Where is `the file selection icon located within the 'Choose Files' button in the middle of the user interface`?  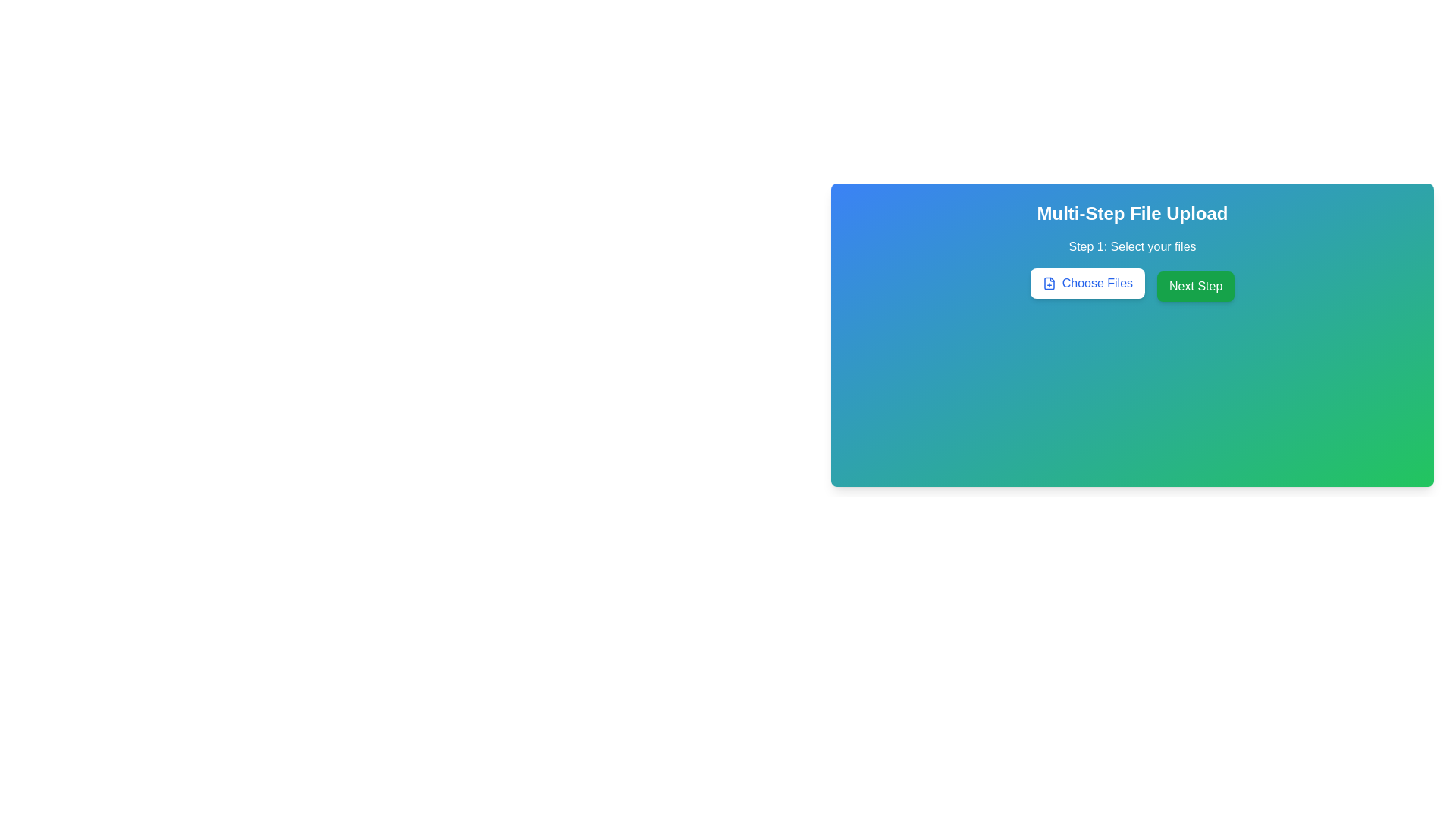 the file selection icon located within the 'Choose Files' button in the middle of the user interface is located at coordinates (1048, 284).